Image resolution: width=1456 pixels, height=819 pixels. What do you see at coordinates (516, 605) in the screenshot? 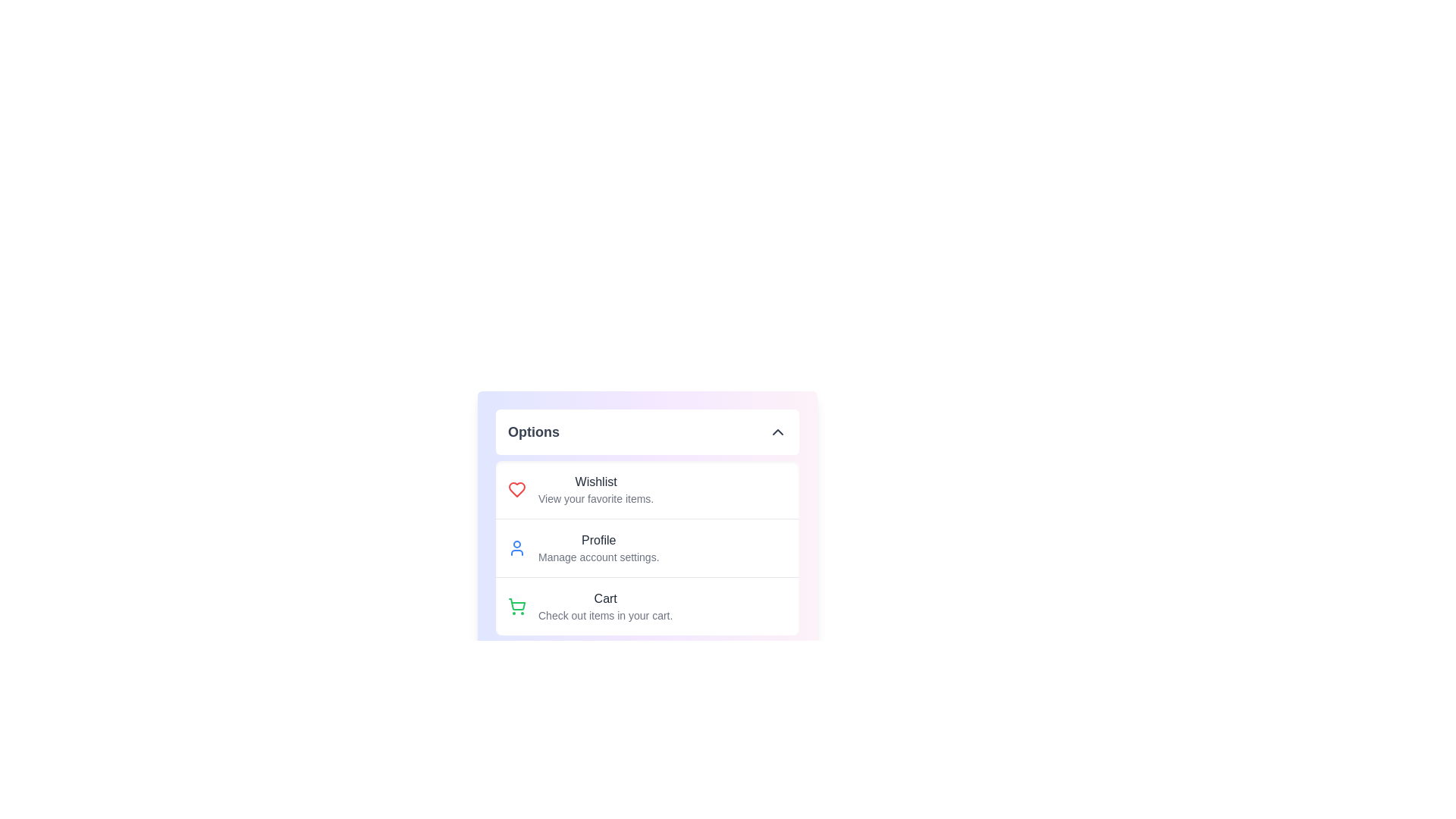
I see `the Cart icon to interact with it` at bounding box center [516, 605].